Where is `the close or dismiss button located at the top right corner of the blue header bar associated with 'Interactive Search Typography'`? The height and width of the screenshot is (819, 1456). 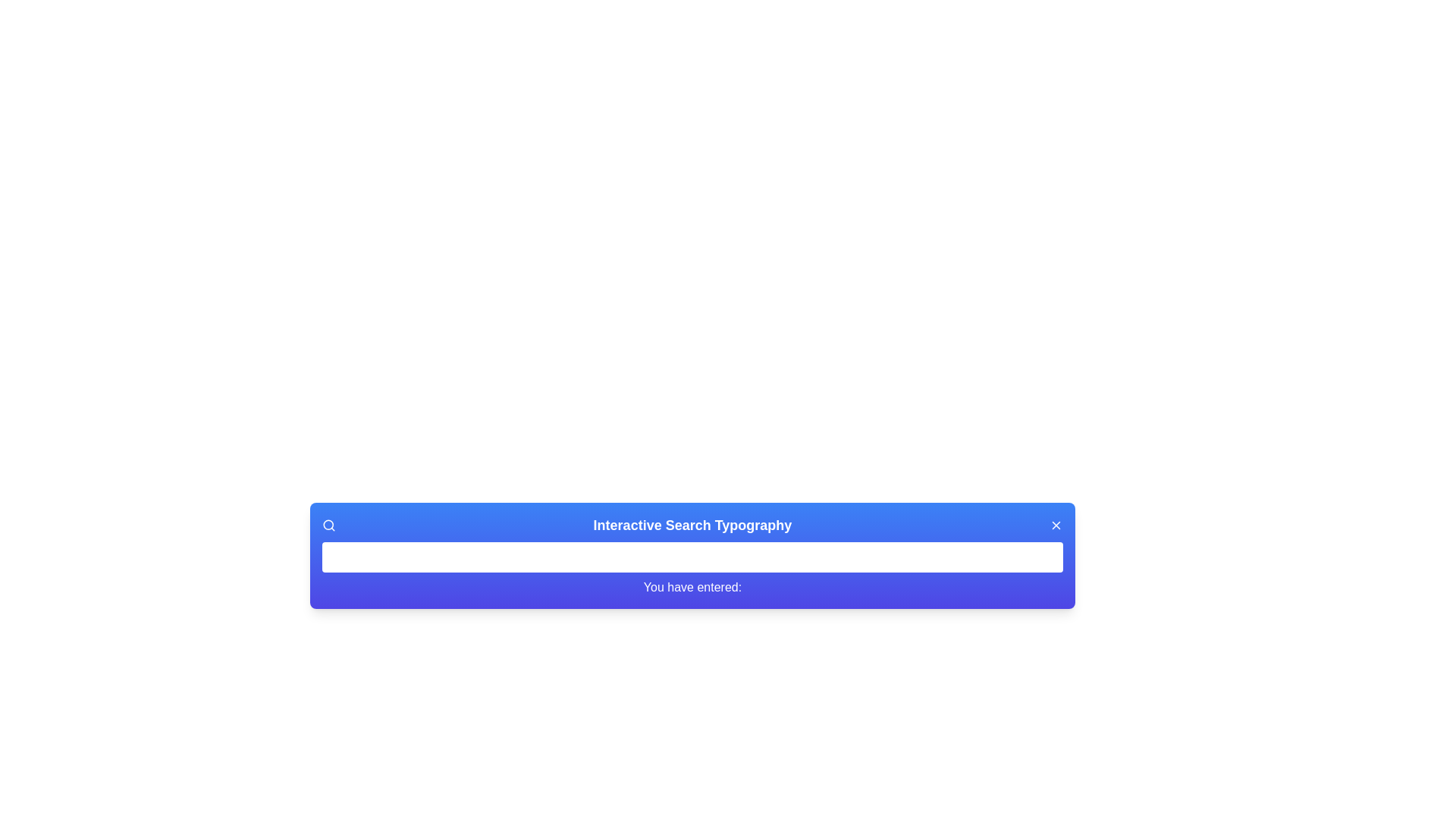 the close or dismiss button located at the top right corner of the blue header bar associated with 'Interactive Search Typography' is located at coordinates (1055, 525).